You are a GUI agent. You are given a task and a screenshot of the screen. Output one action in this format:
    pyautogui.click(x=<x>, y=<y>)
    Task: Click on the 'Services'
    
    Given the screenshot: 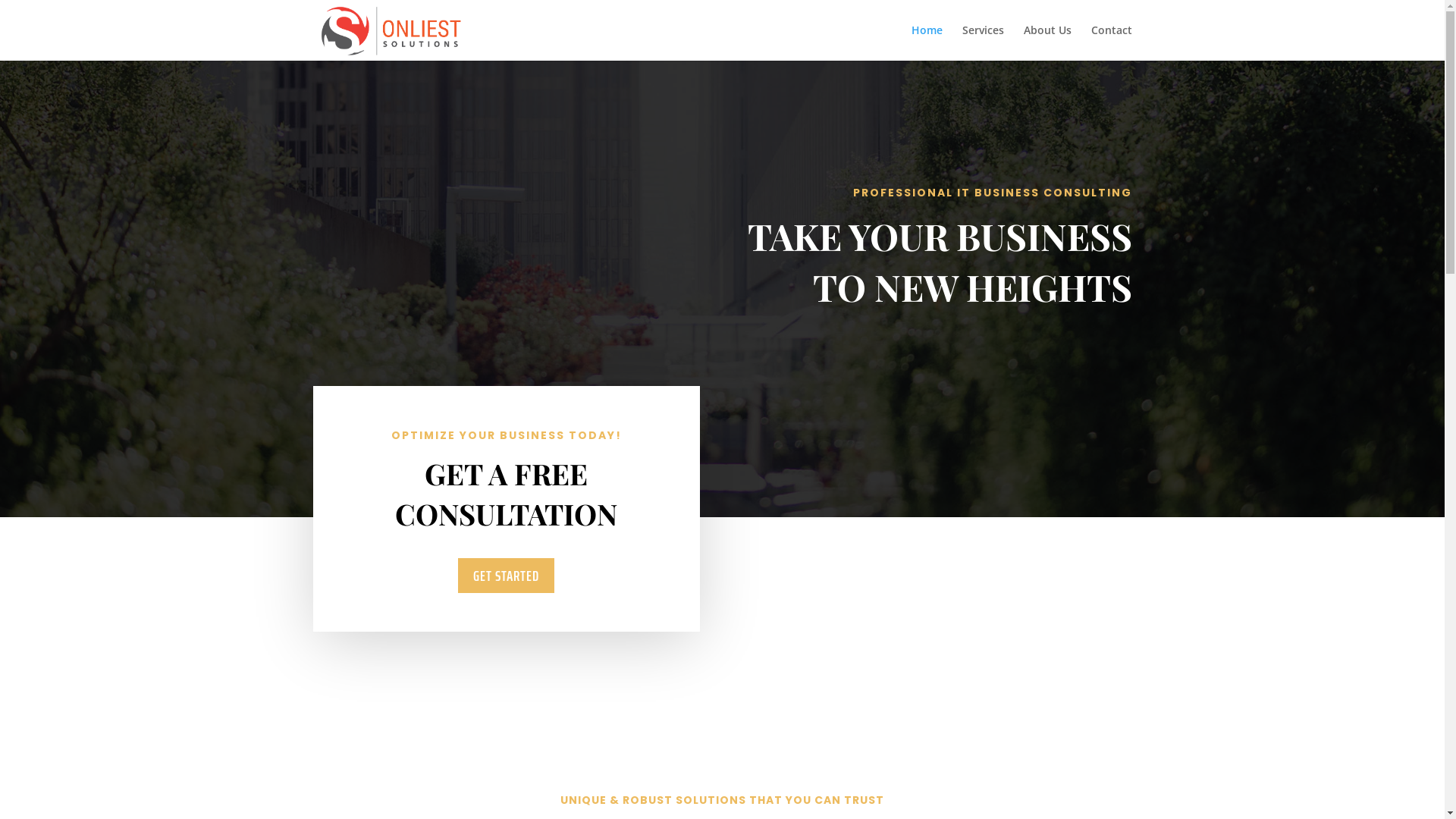 What is the action you would take?
    pyautogui.click(x=960, y=42)
    